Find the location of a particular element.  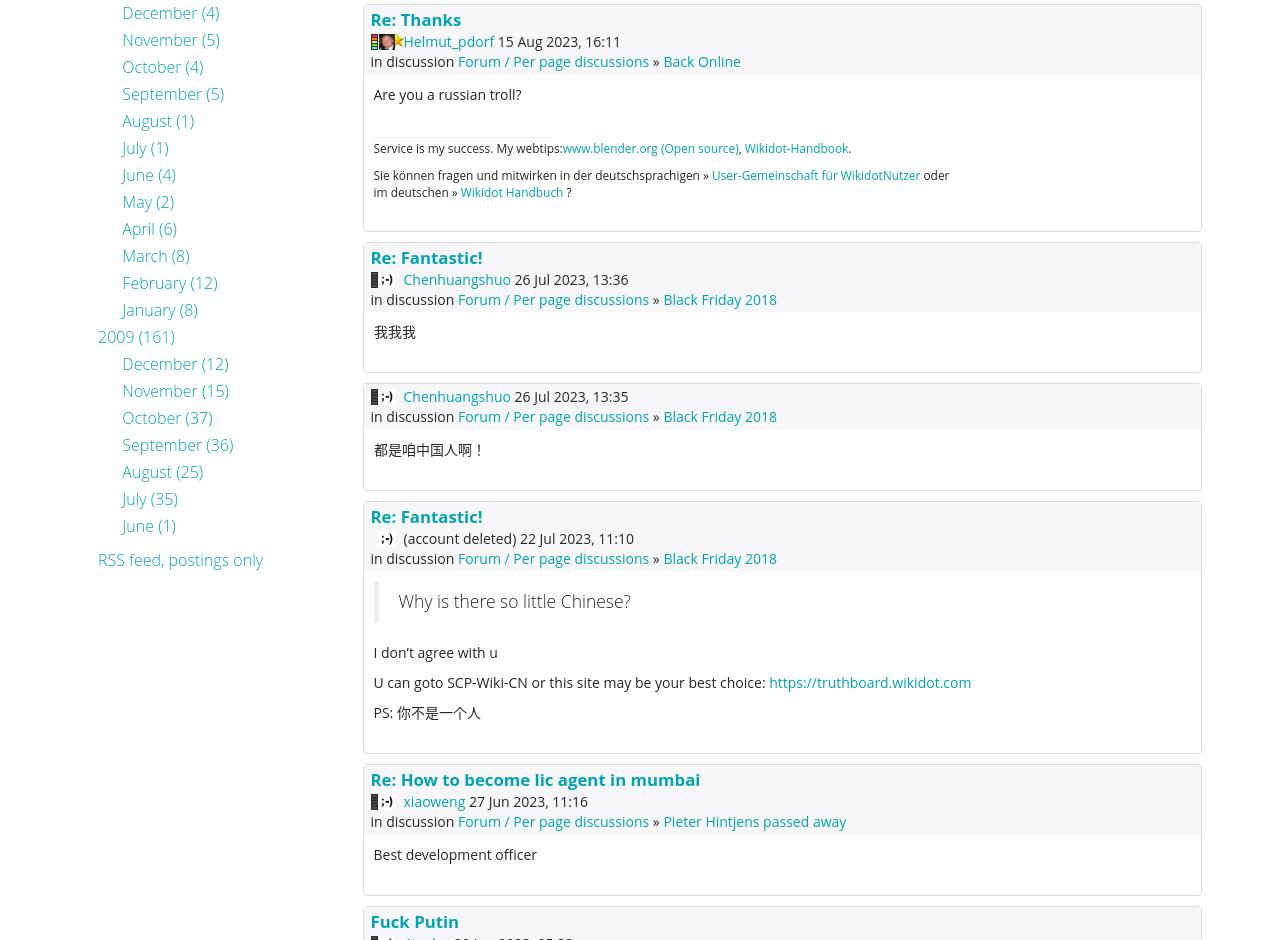

'15 Aug 2023, 16:11' is located at coordinates (558, 39).